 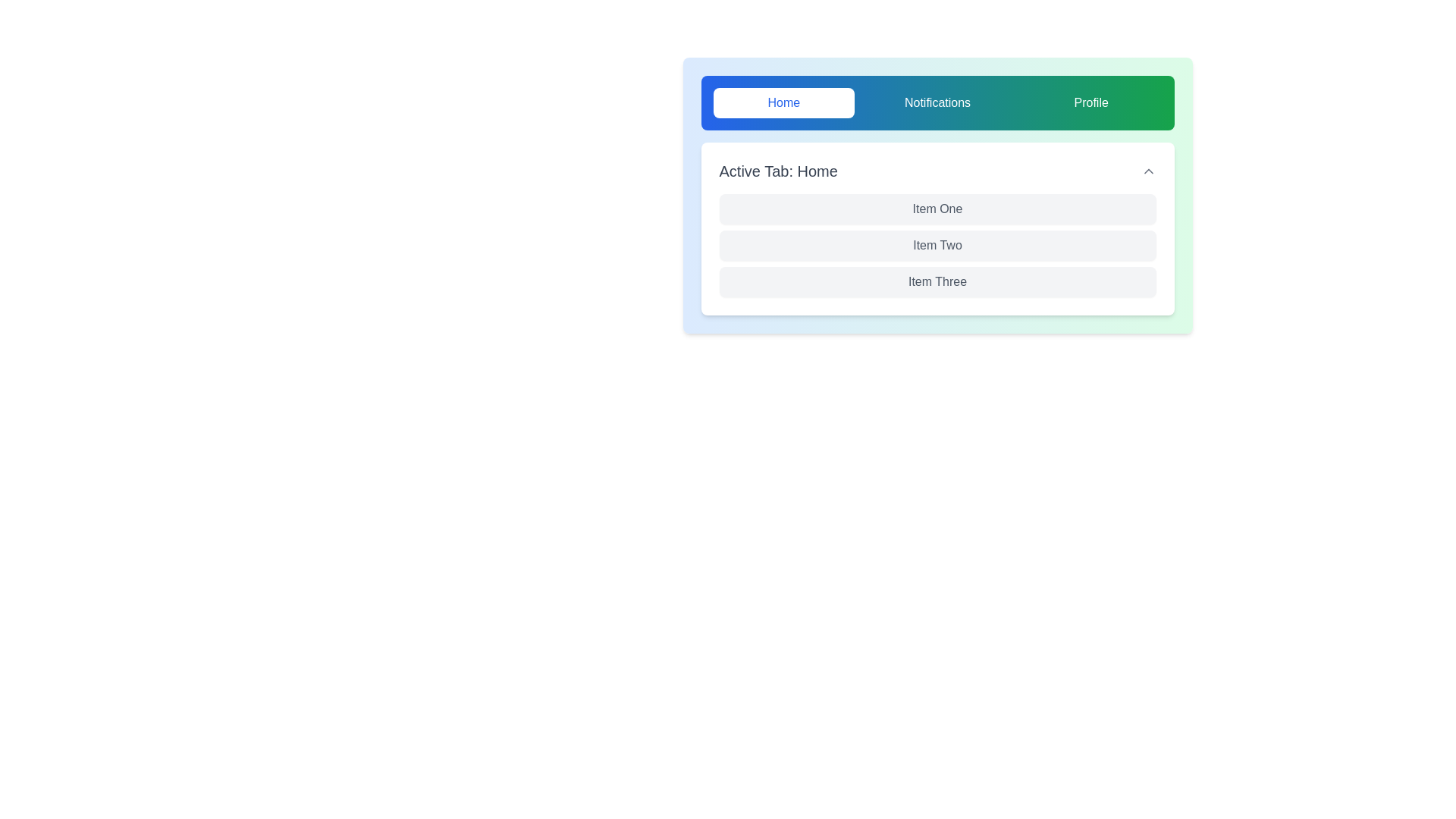 What do you see at coordinates (778, 171) in the screenshot?
I see `the Text Label that displays information about the currently active tab or section, located near the top left corner of the content area` at bounding box center [778, 171].